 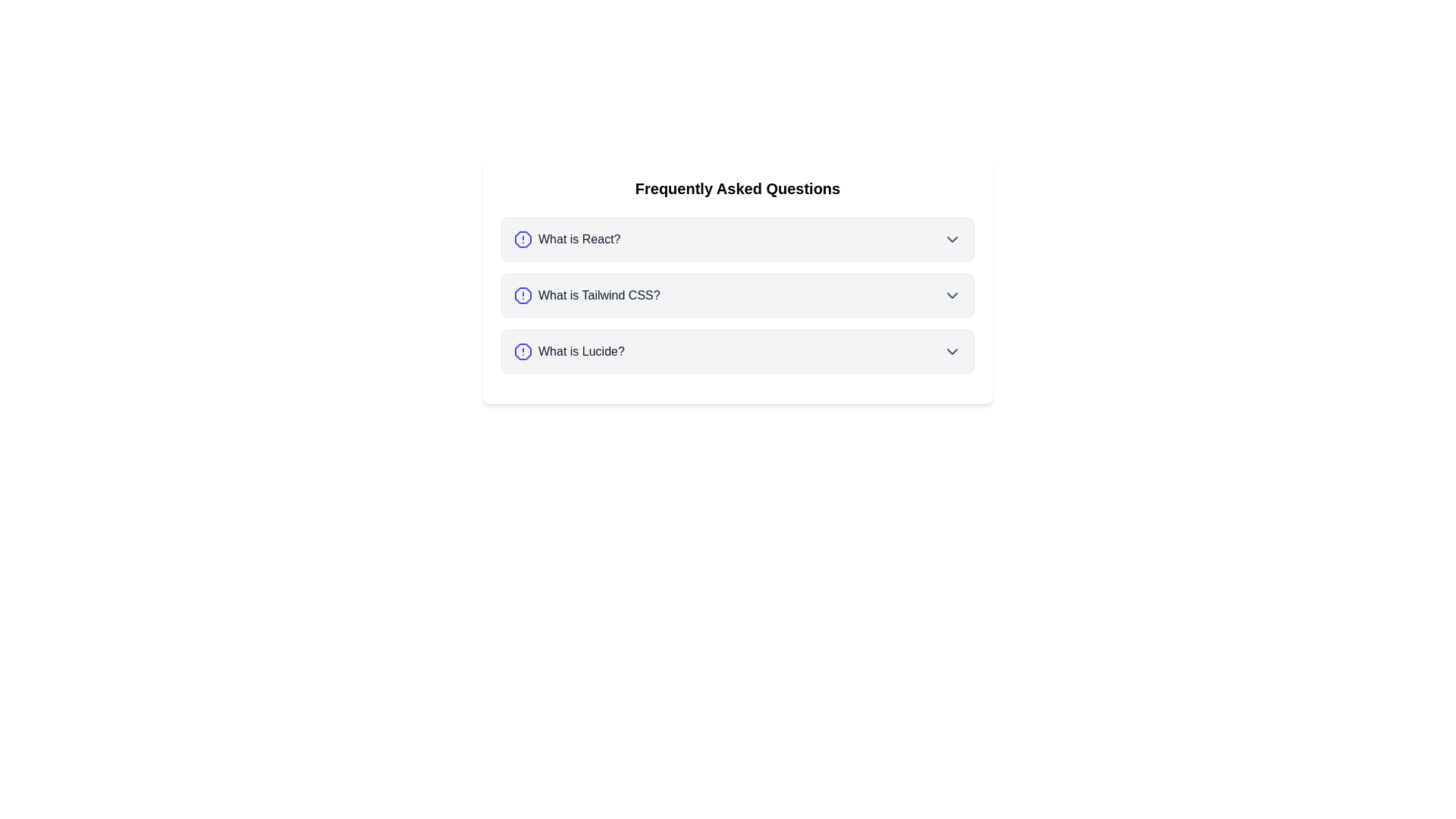 I want to click on the gray downward-facing chevron icon located at the right end of the header row labeled 'What is Lucide?', so click(x=952, y=351).